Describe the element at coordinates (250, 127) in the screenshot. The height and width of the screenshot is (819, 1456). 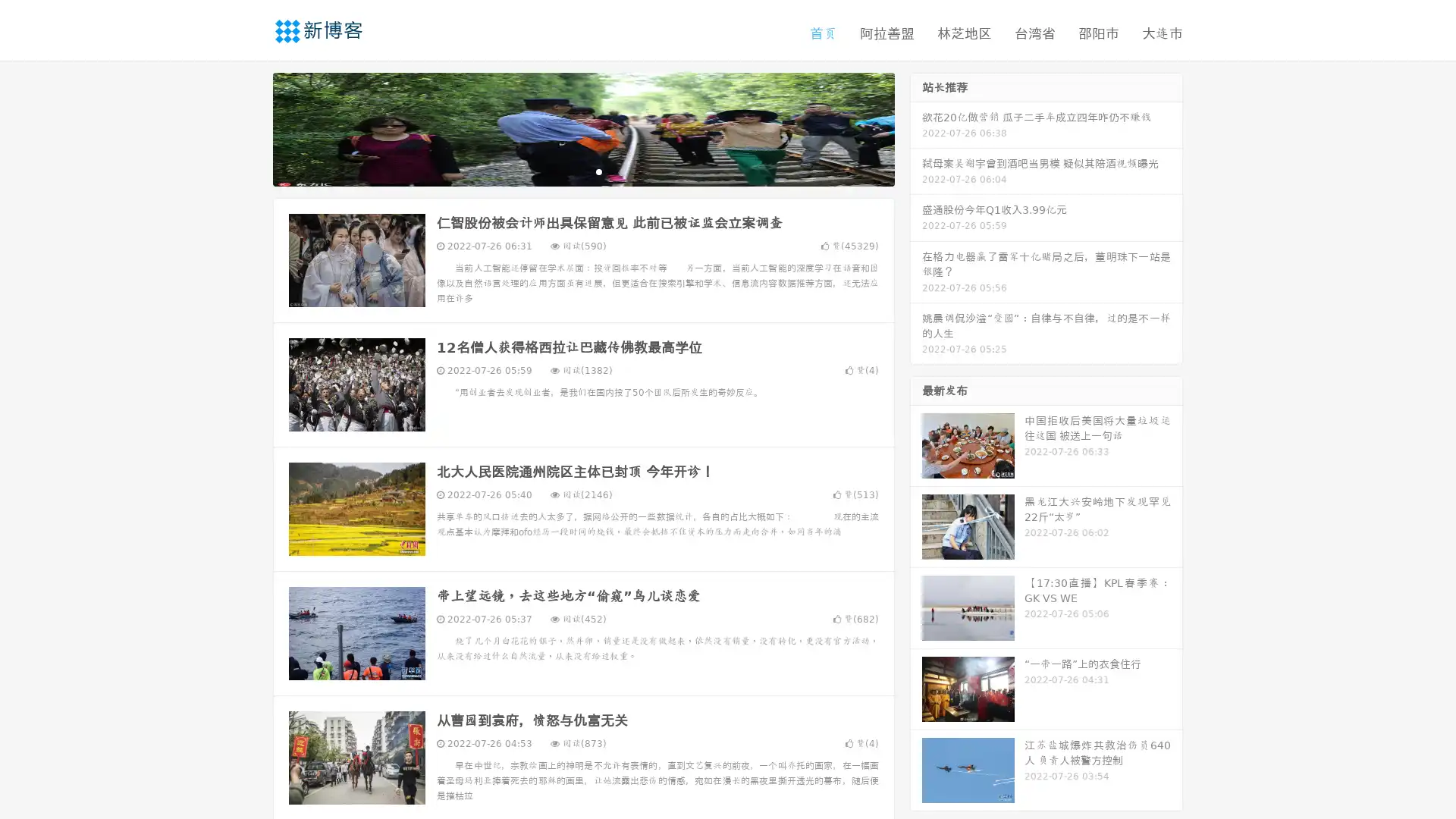
I see `Previous slide` at that location.